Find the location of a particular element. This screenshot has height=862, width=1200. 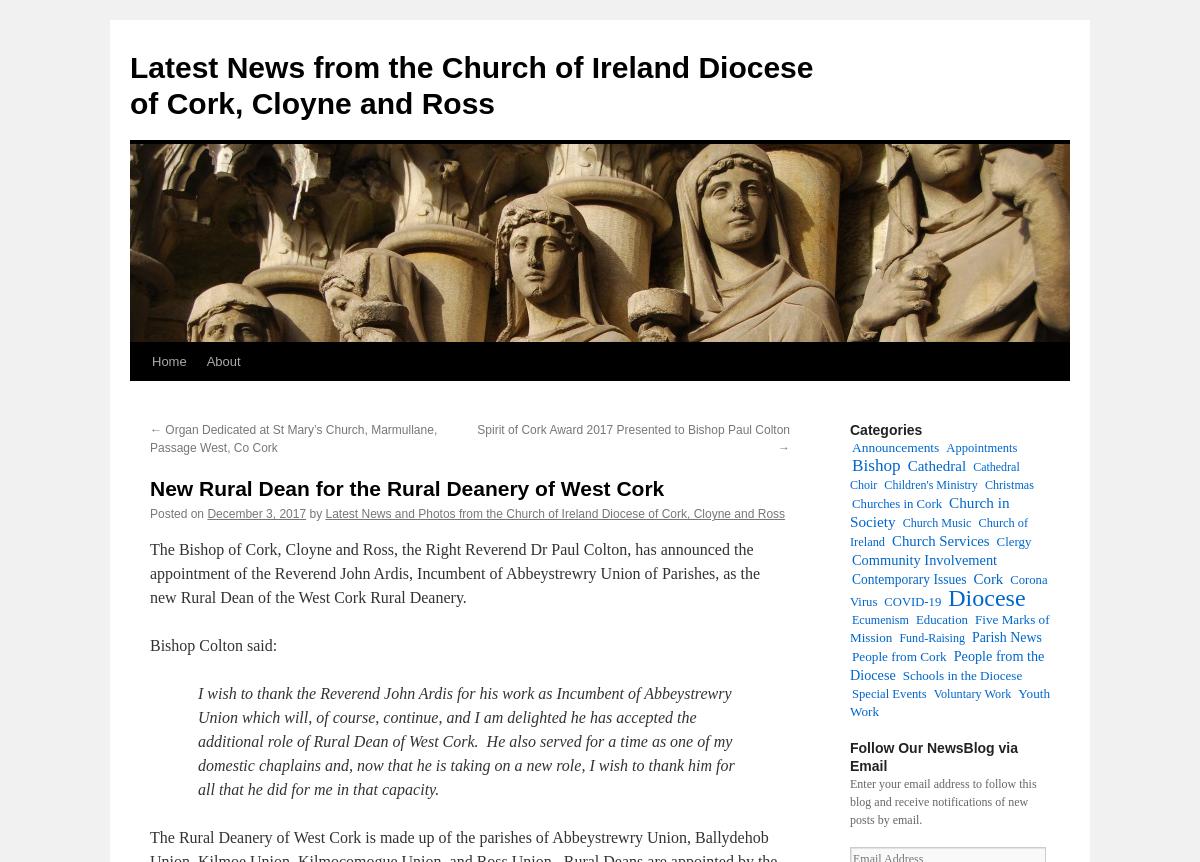

'Spirit of Cork Award 2017 Presented to Bishop Paul Colton' is located at coordinates (633, 428).